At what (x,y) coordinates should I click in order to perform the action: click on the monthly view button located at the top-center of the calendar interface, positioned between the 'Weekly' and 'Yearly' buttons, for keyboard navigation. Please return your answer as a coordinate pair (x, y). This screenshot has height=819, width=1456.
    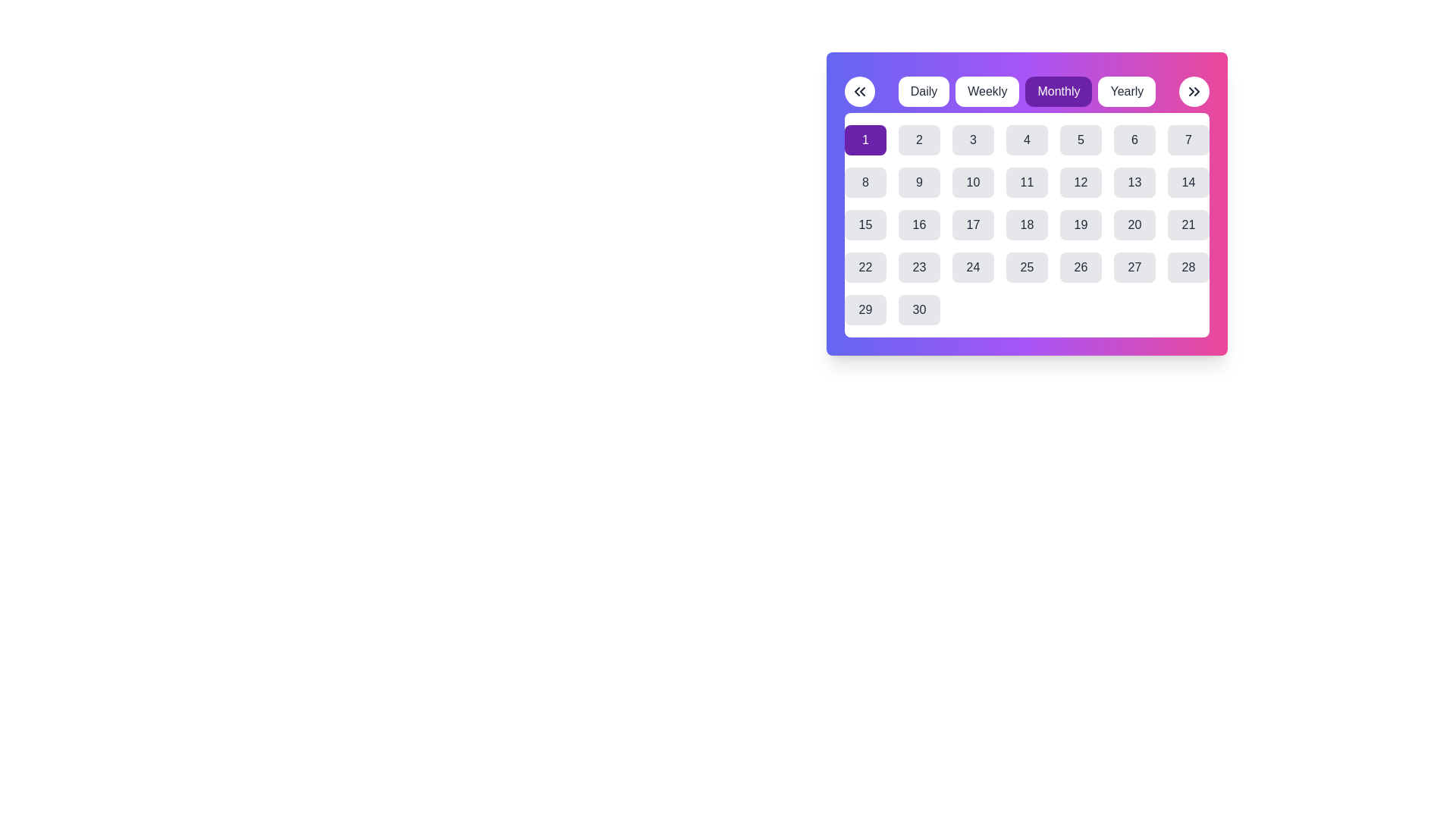
    Looking at the image, I should click on (1058, 91).